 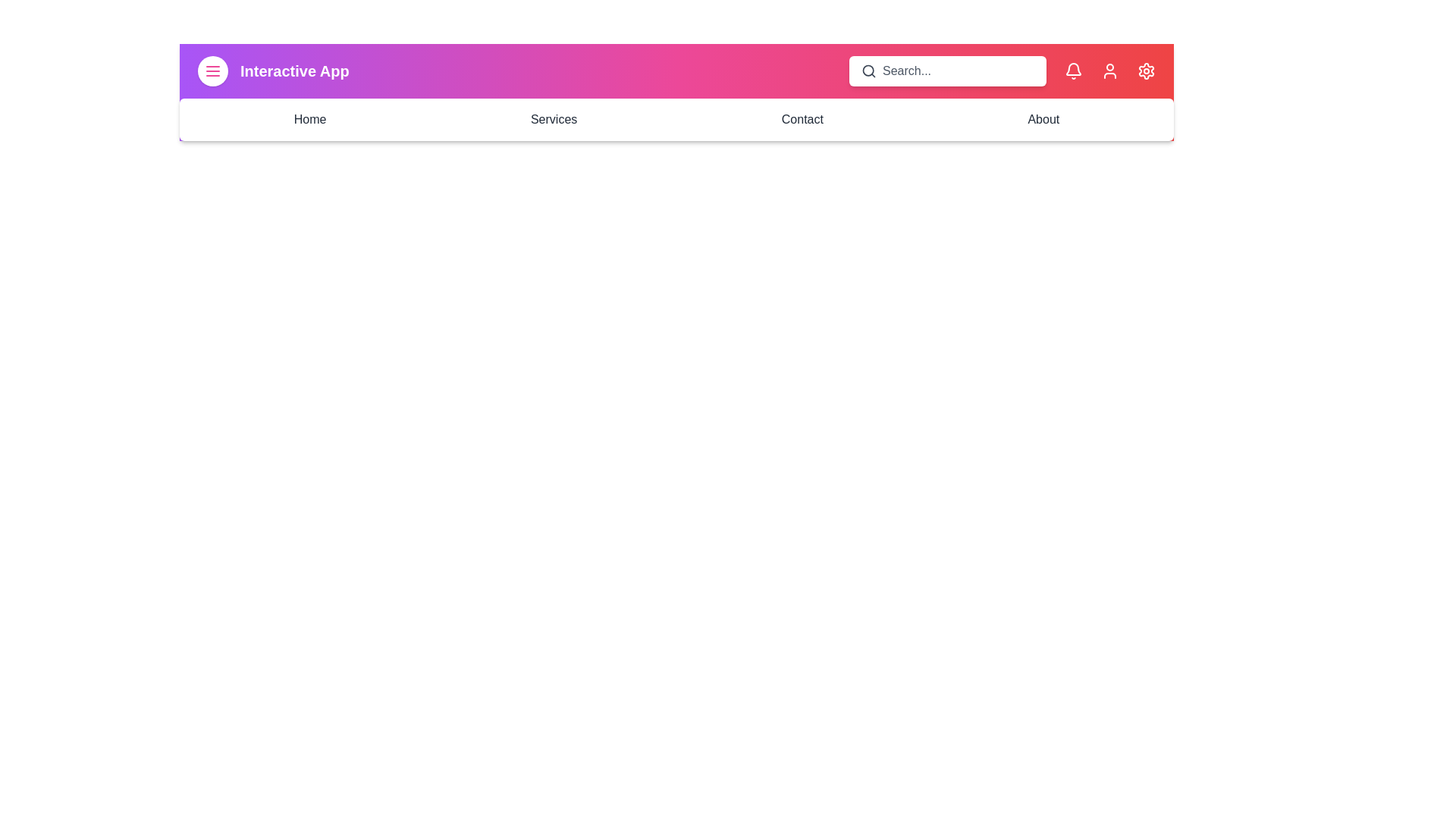 I want to click on the menu button to toggle the menu visibility, so click(x=212, y=71).